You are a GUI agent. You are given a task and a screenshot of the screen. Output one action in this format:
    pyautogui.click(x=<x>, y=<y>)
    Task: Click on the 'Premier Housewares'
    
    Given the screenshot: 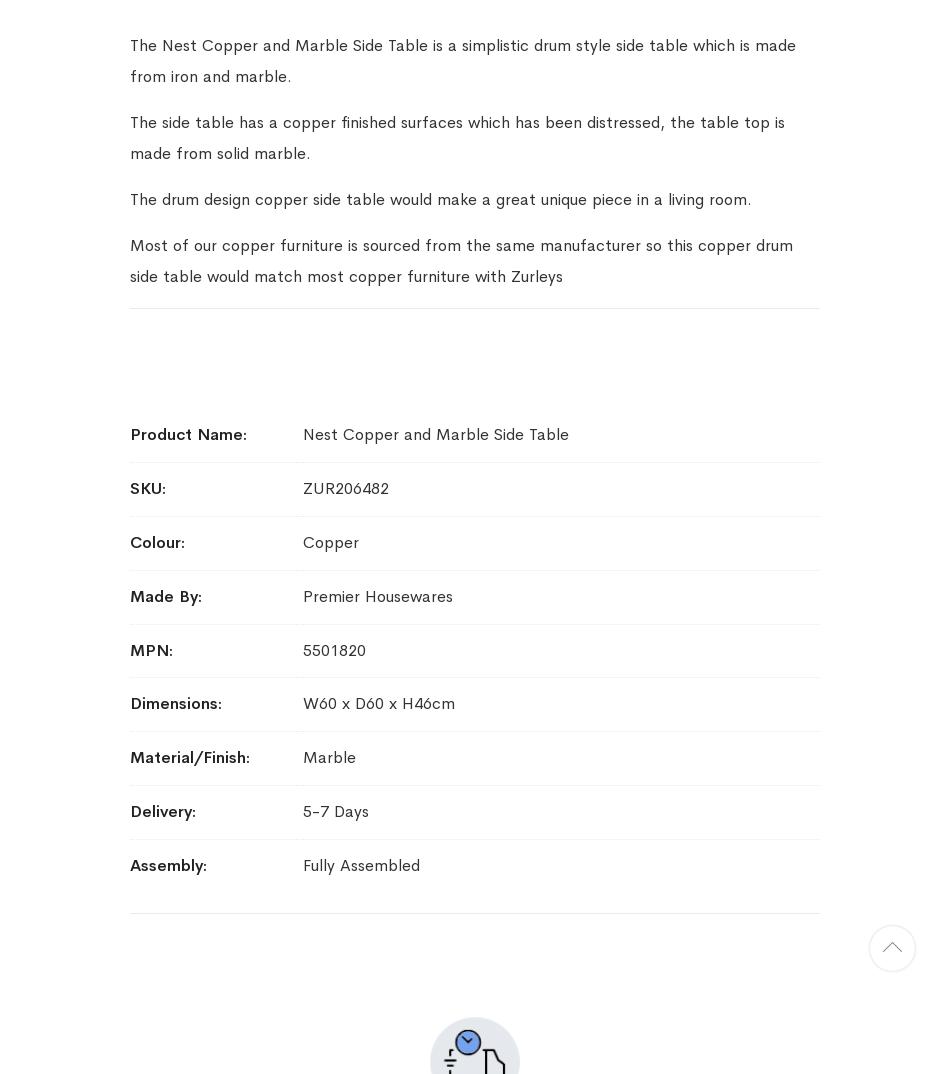 What is the action you would take?
    pyautogui.click(x=375, y=595)
    